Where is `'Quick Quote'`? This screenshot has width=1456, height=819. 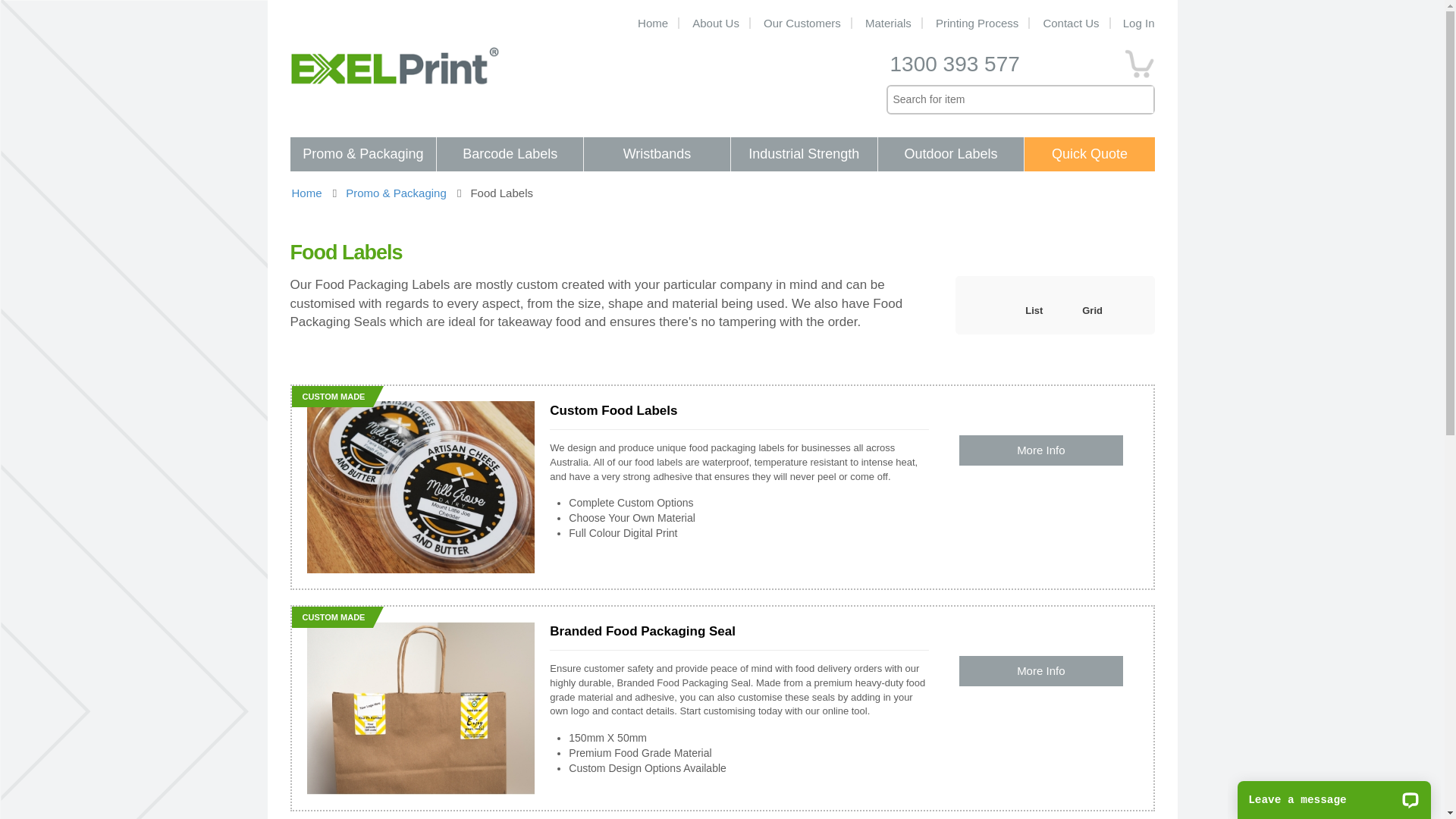 'Quick Quote' is located at coordinates (1088, 154).